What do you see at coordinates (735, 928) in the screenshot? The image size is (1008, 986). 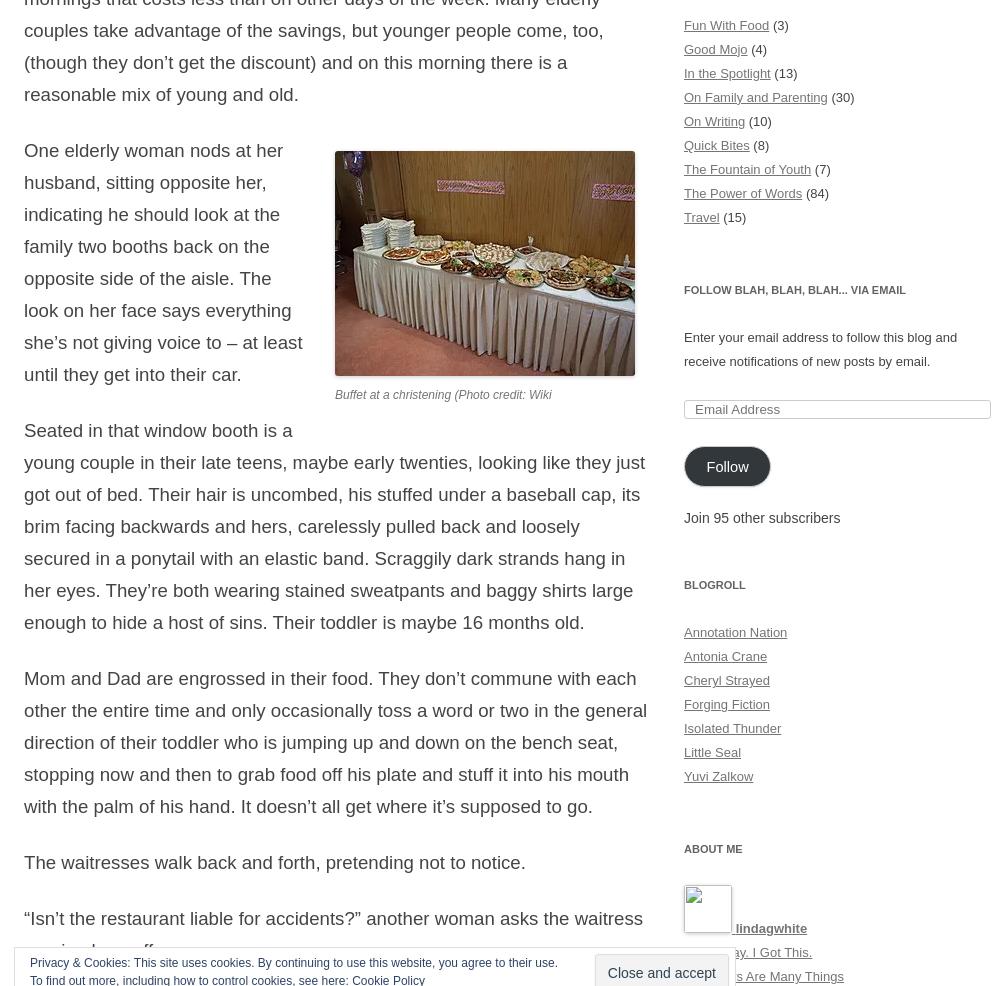 I see `'lindagwhite'` at bounding box center [735, 928].